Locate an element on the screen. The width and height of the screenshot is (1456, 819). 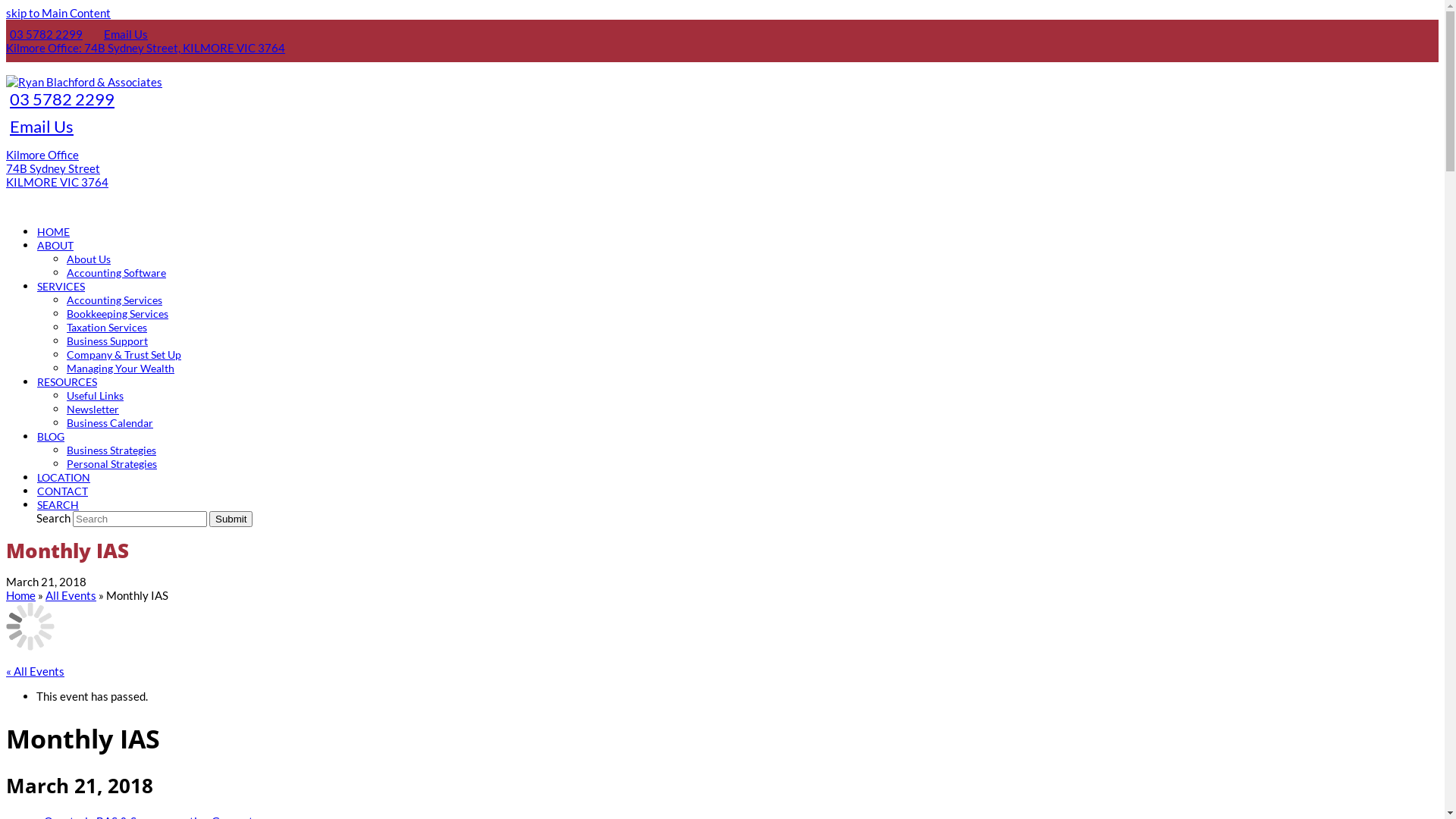
'Accounting Software' is located at coordinates (115, 271).